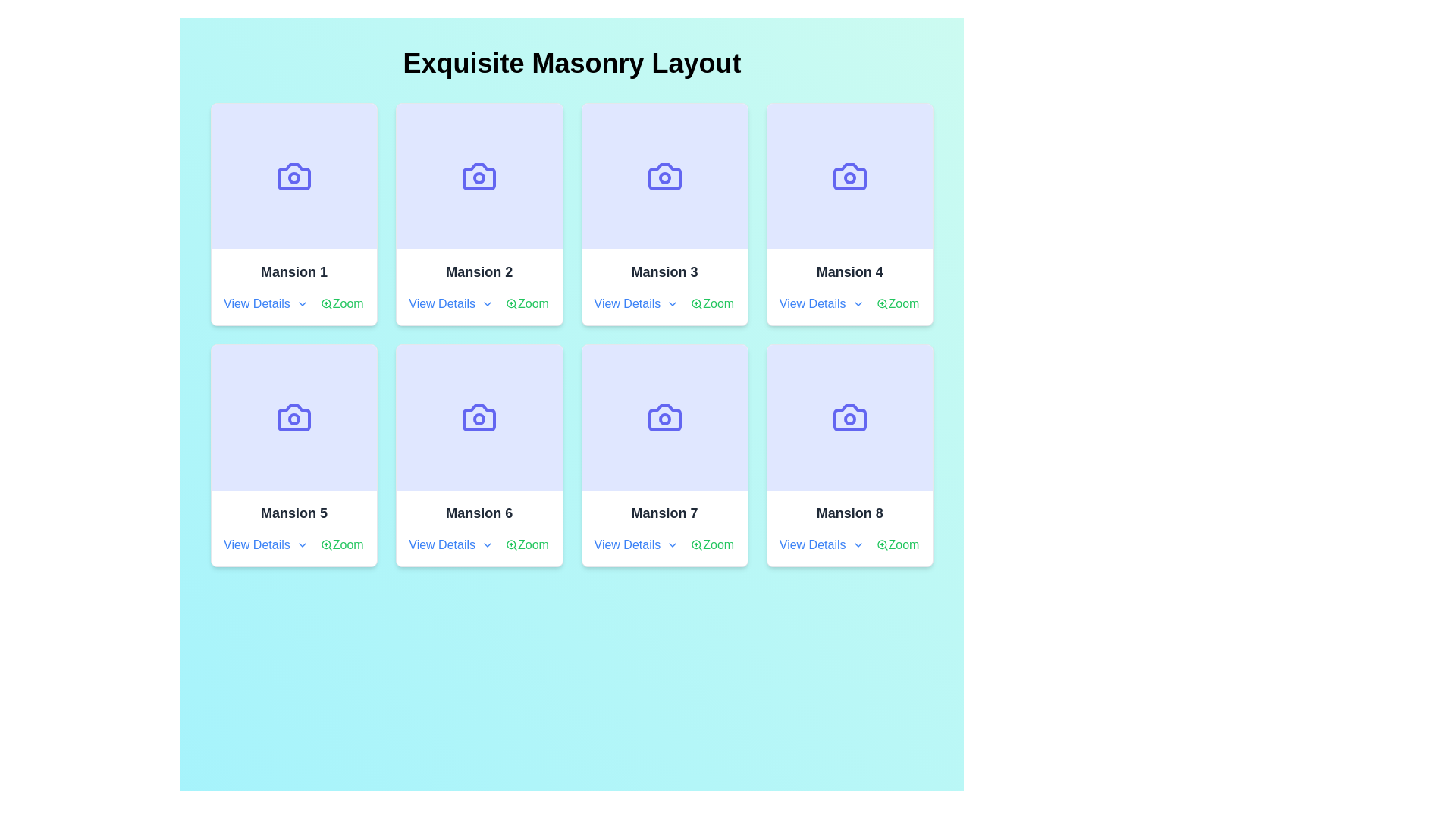  I want to click on the SVG circle element representing the zoom-in function within the magnifying glass icon located in the lower right part of the 'Mansion 2' tile, so click(511, 303).